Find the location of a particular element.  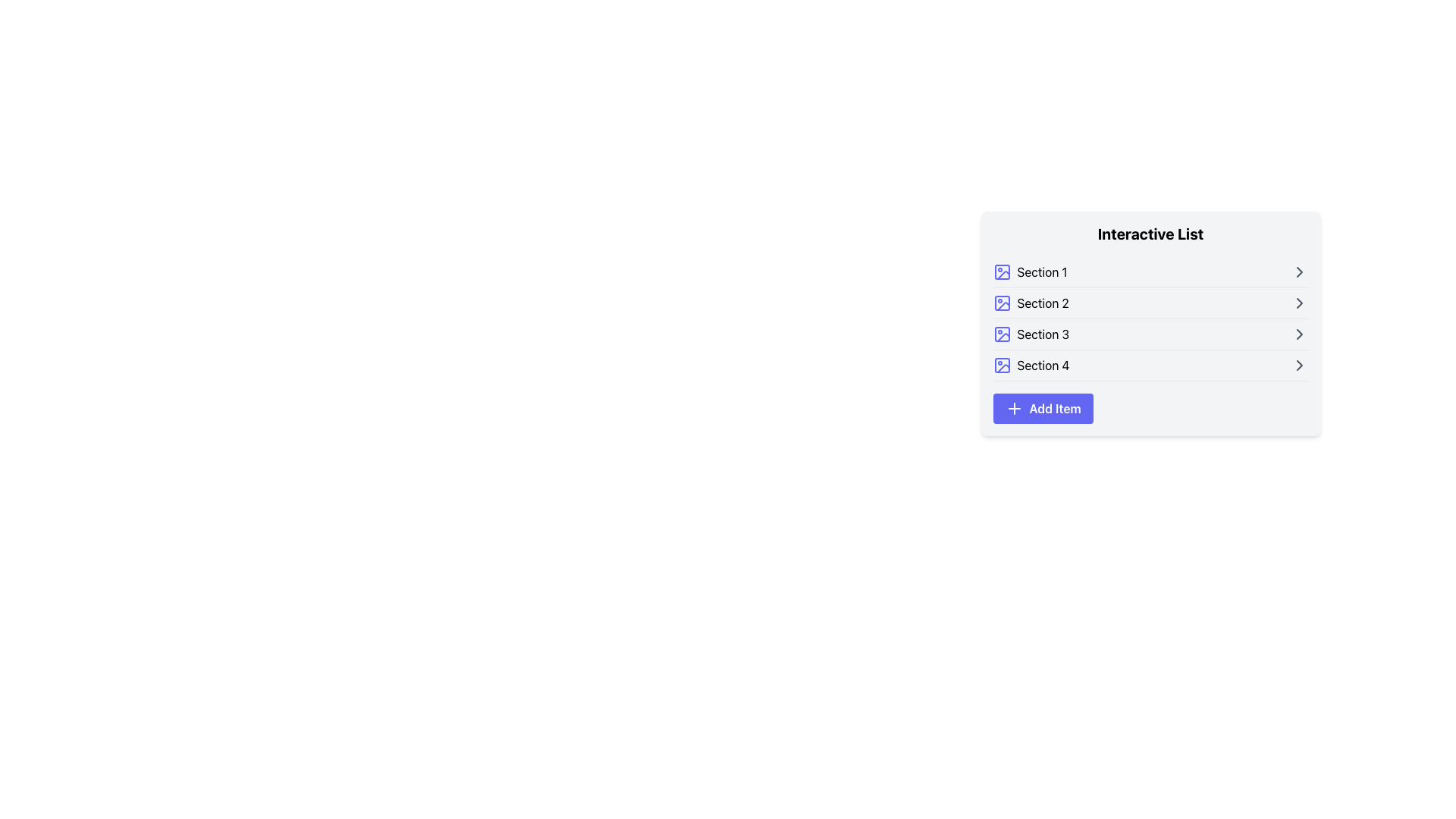

the first list item is located at coordinates (1150, 271).